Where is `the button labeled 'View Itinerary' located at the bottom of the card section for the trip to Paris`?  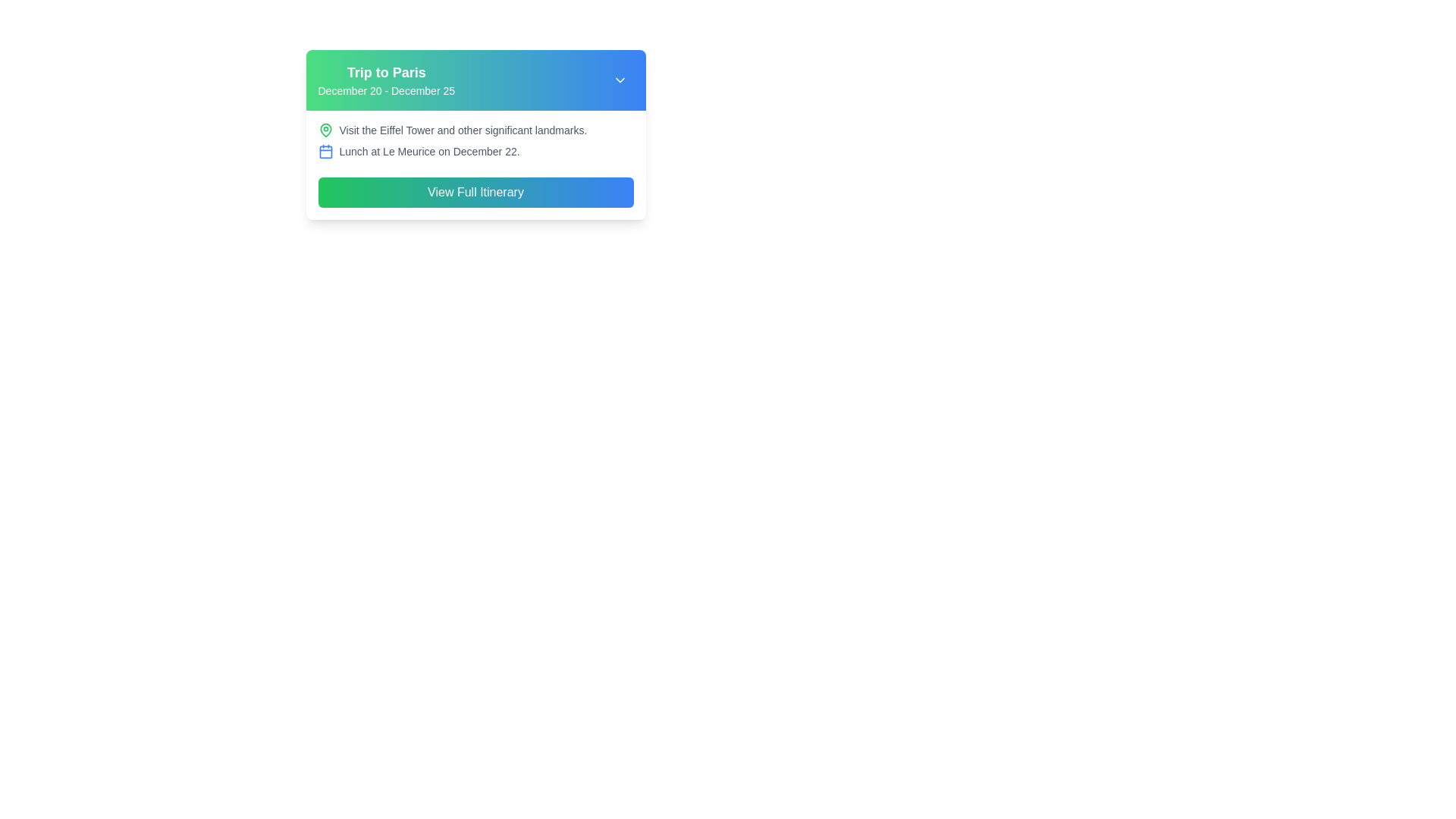 the button labeled 'View Itinerary' located at the bottom of the card section for the trip to Paris is located at coordinates (475, 192).